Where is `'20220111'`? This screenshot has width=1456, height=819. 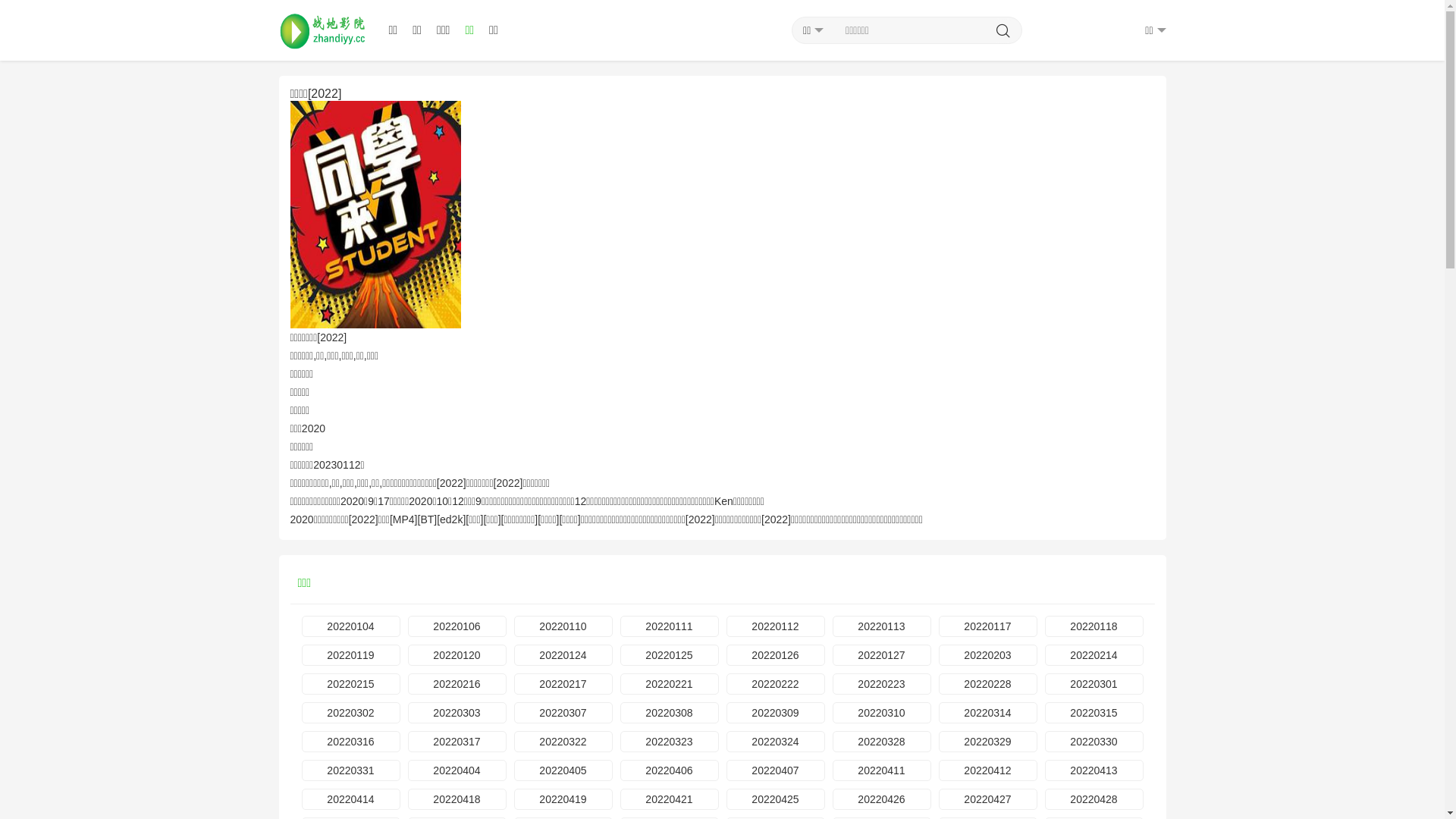 '20220111' is located at coordinates (669, 626).